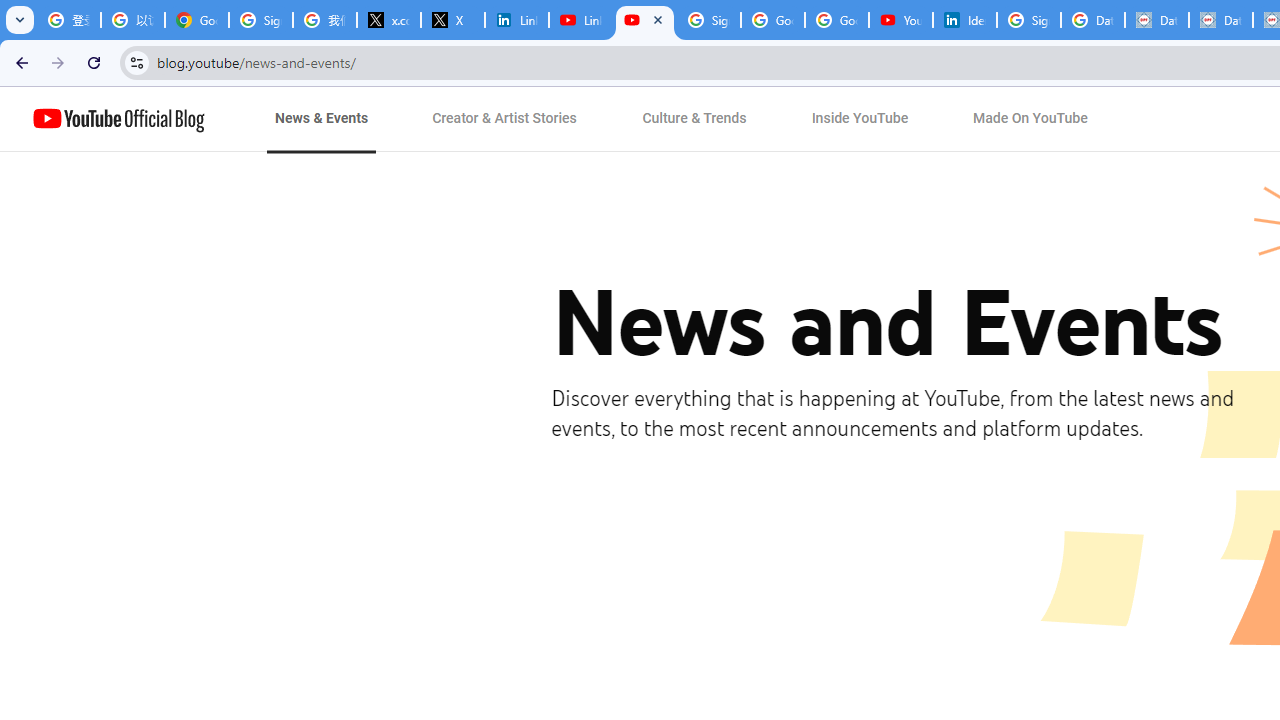 The width and height of the screenshot is (1280, 720). What do you see at coordinates (580, 20) in the screenshot?
I see `'LinkedIn - YouTube'` at bounding box center [580, 20].